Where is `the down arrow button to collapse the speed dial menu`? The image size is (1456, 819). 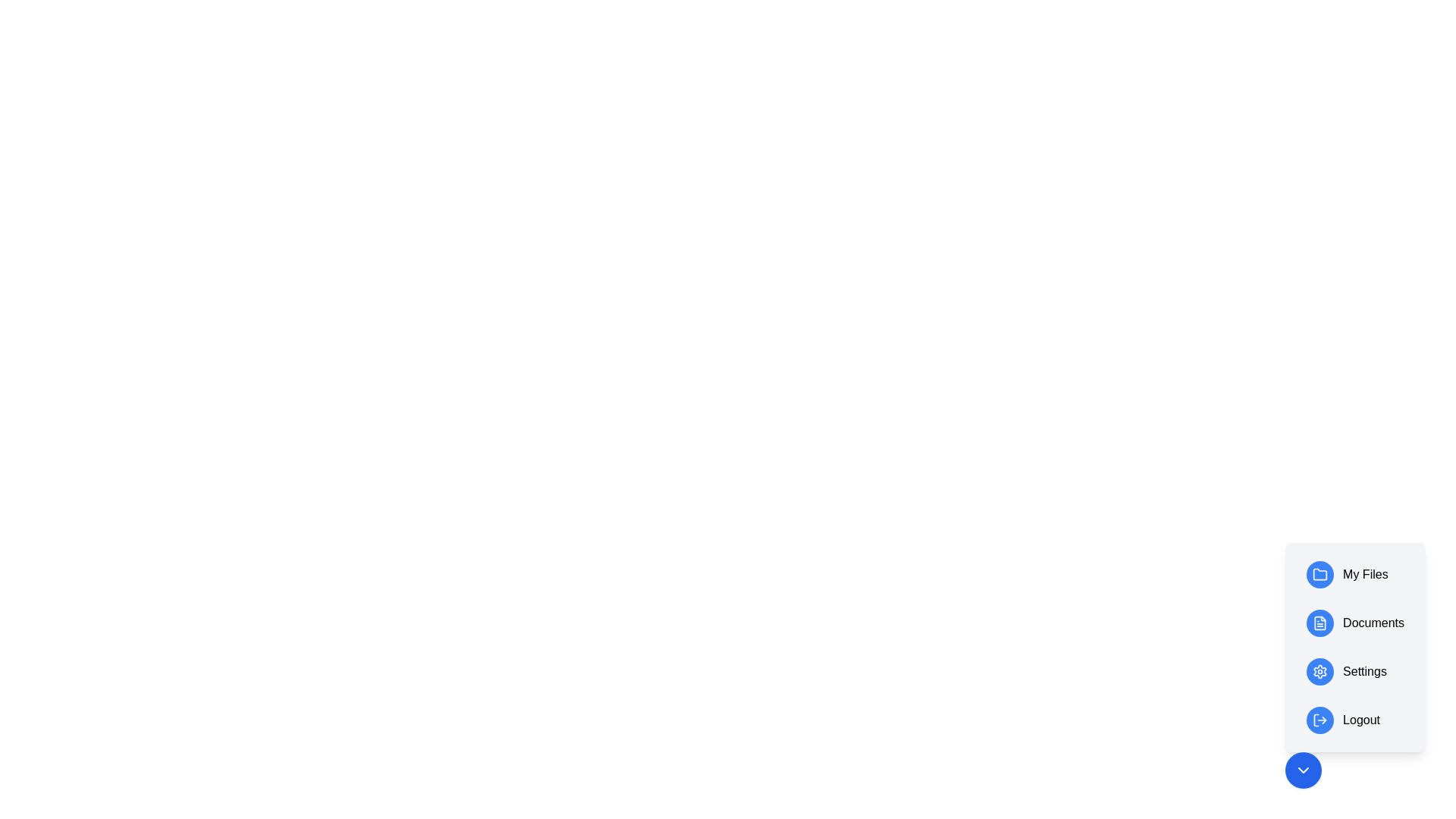
the down arrow button to collapse the speed dial menu is located at coordinates (1302, 770).